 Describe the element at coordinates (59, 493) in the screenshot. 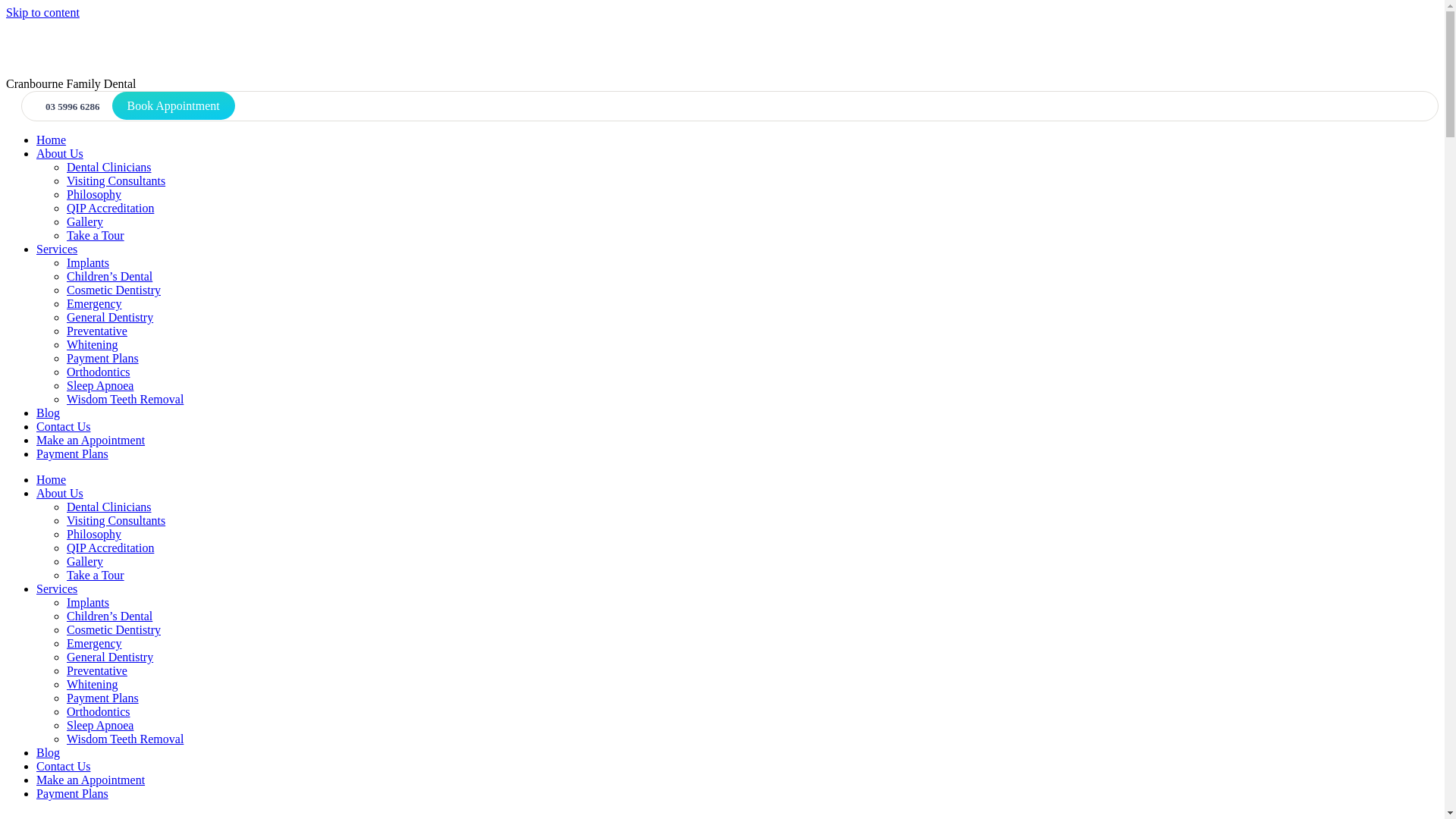

I see `'About Us'` at that location.